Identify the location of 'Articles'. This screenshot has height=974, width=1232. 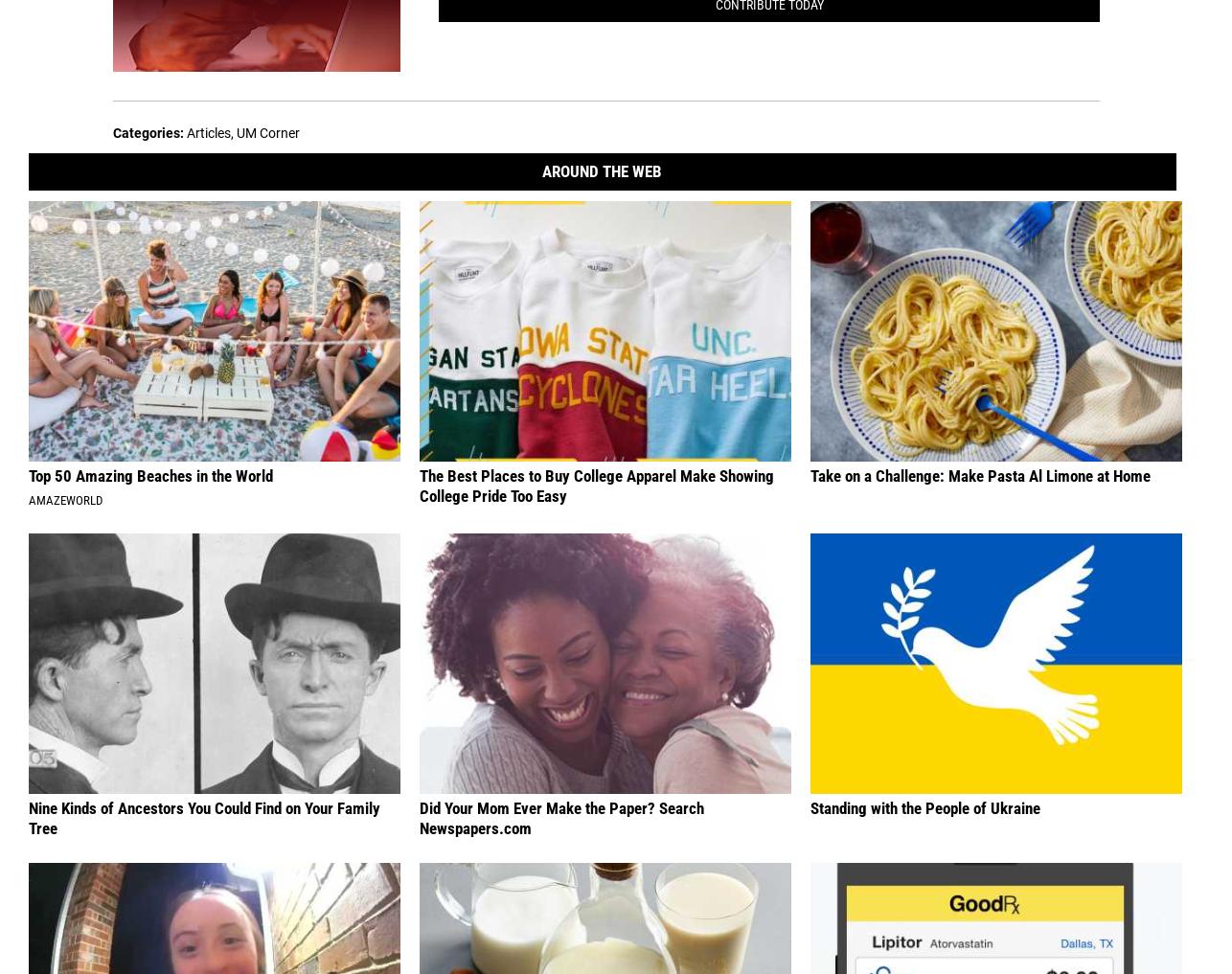
(208, 131).